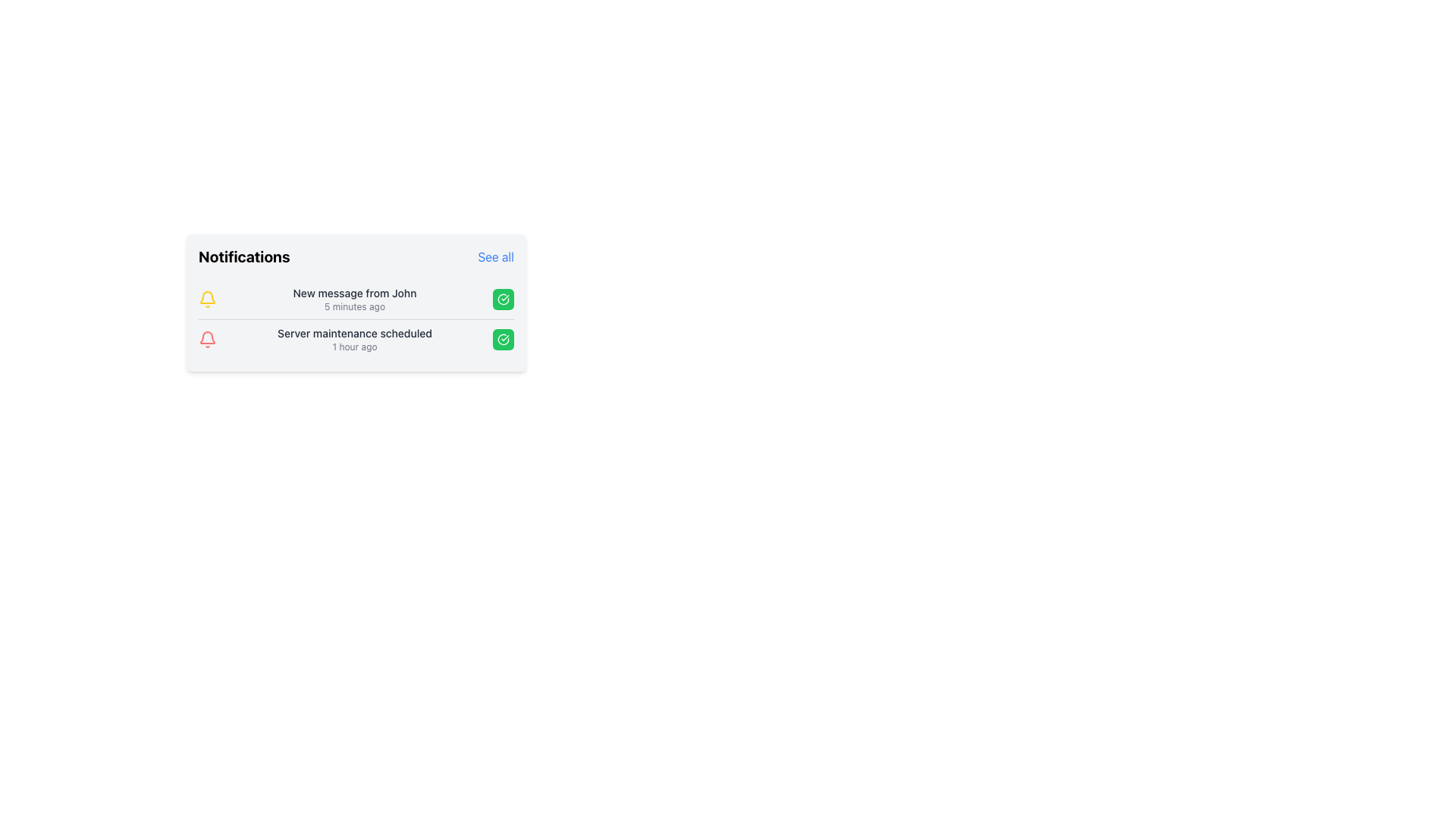  What do you see at coordinates (353, 307) in the screenshot?
I see `the elapsed time text label located beneath 'New message from John' in the notification card` at bounding box center [353, 307].